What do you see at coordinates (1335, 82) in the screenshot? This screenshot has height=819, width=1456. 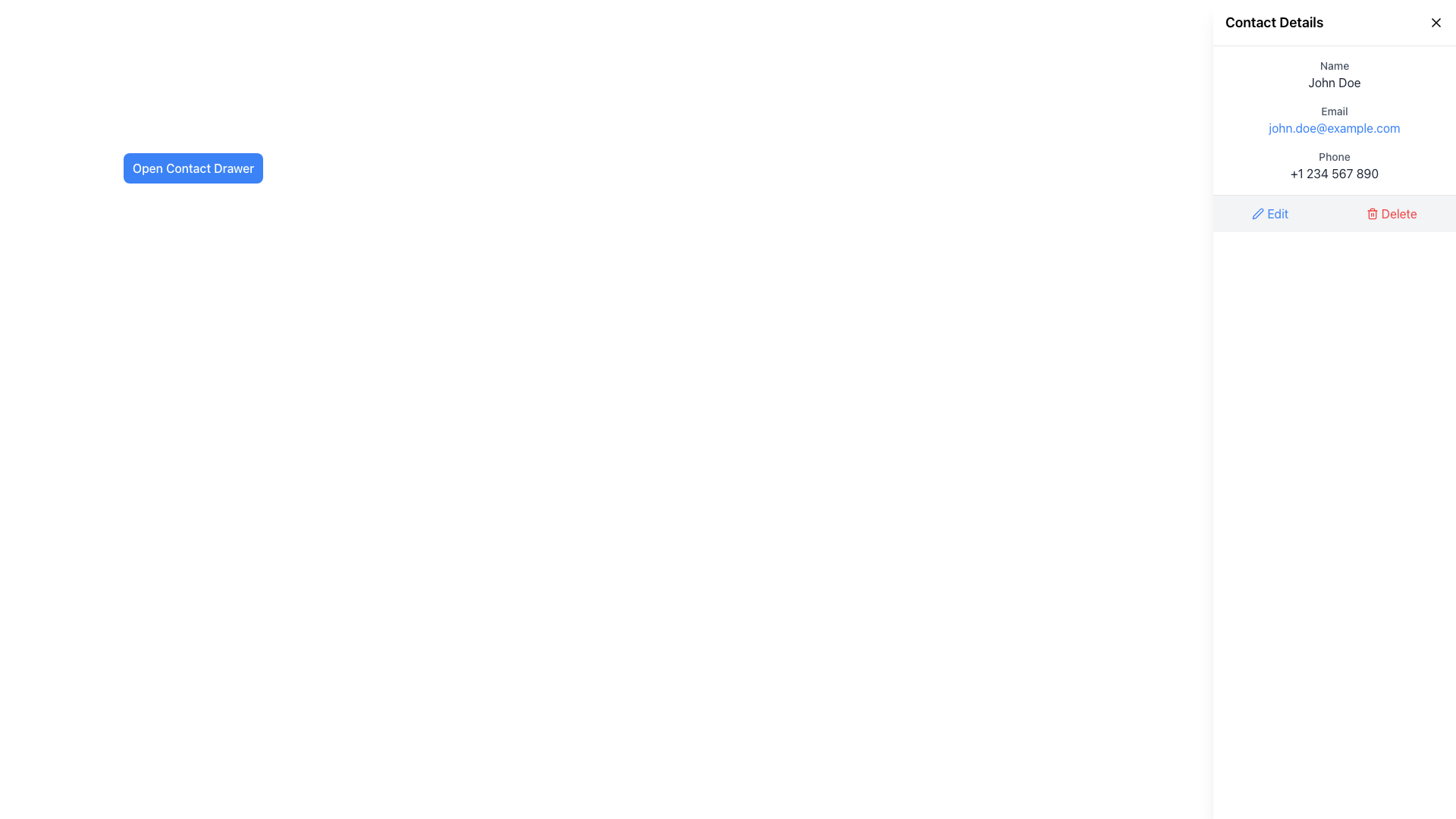 I see `the static text element that displays the name of the individual or entity in the 'Contact Details' section, located directly below the 'Name' label` at bounding box center [1335, 82].